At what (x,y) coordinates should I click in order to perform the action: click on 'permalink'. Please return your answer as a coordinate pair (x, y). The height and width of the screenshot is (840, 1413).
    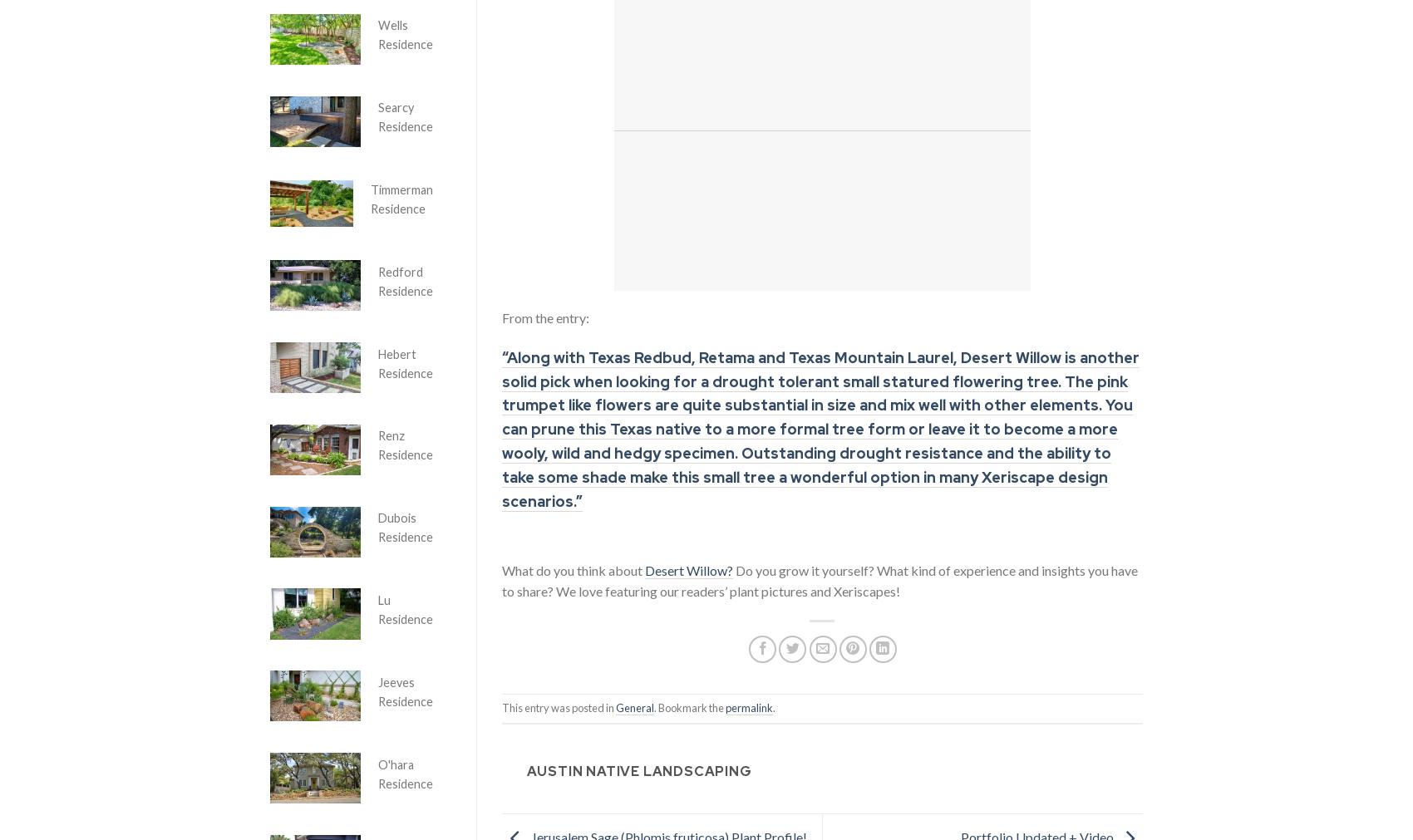
    Looking at the image, I should click on (748, 707).